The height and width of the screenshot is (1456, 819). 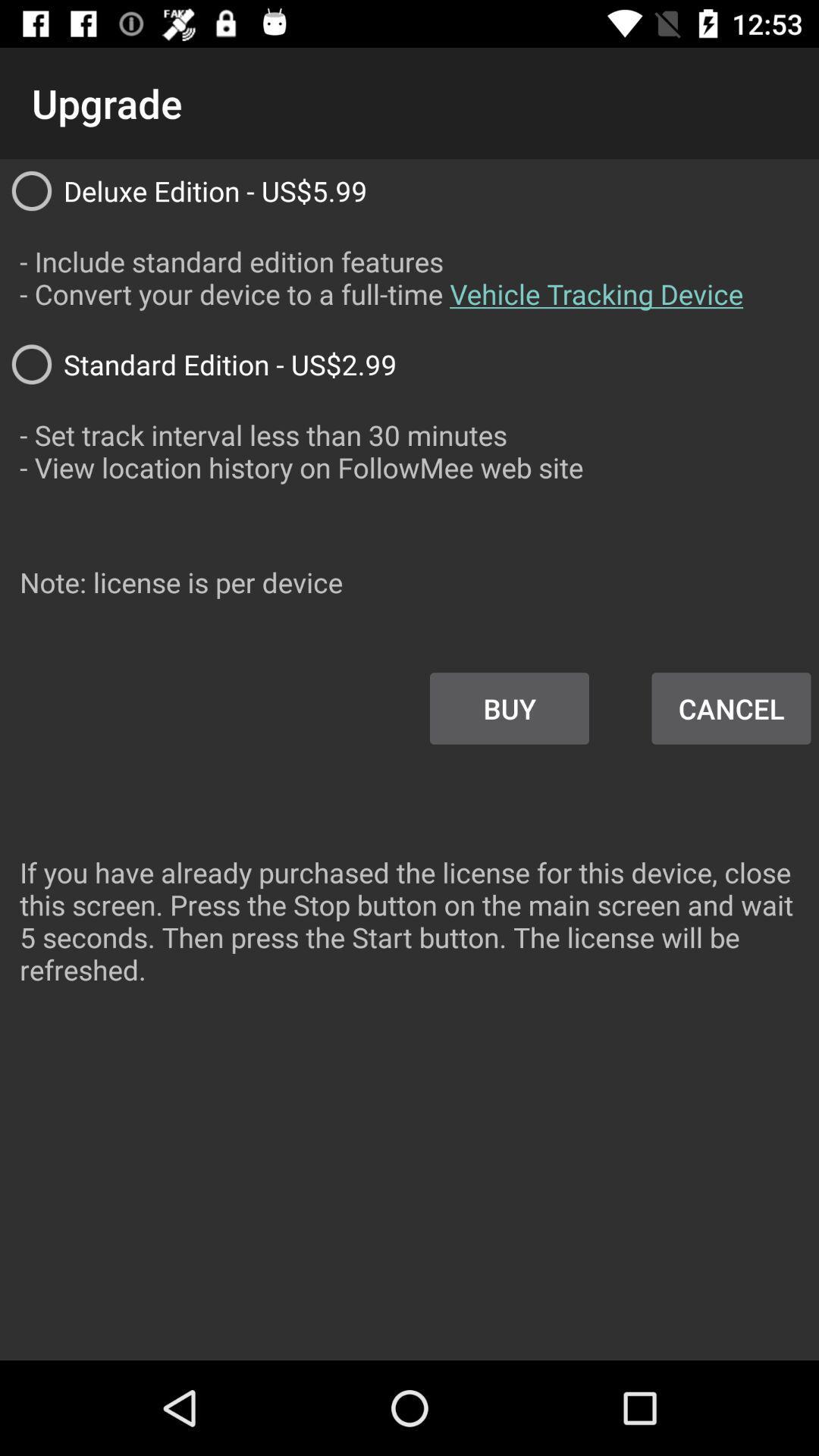 I want to click on cancel, so click(x=730, y=708).